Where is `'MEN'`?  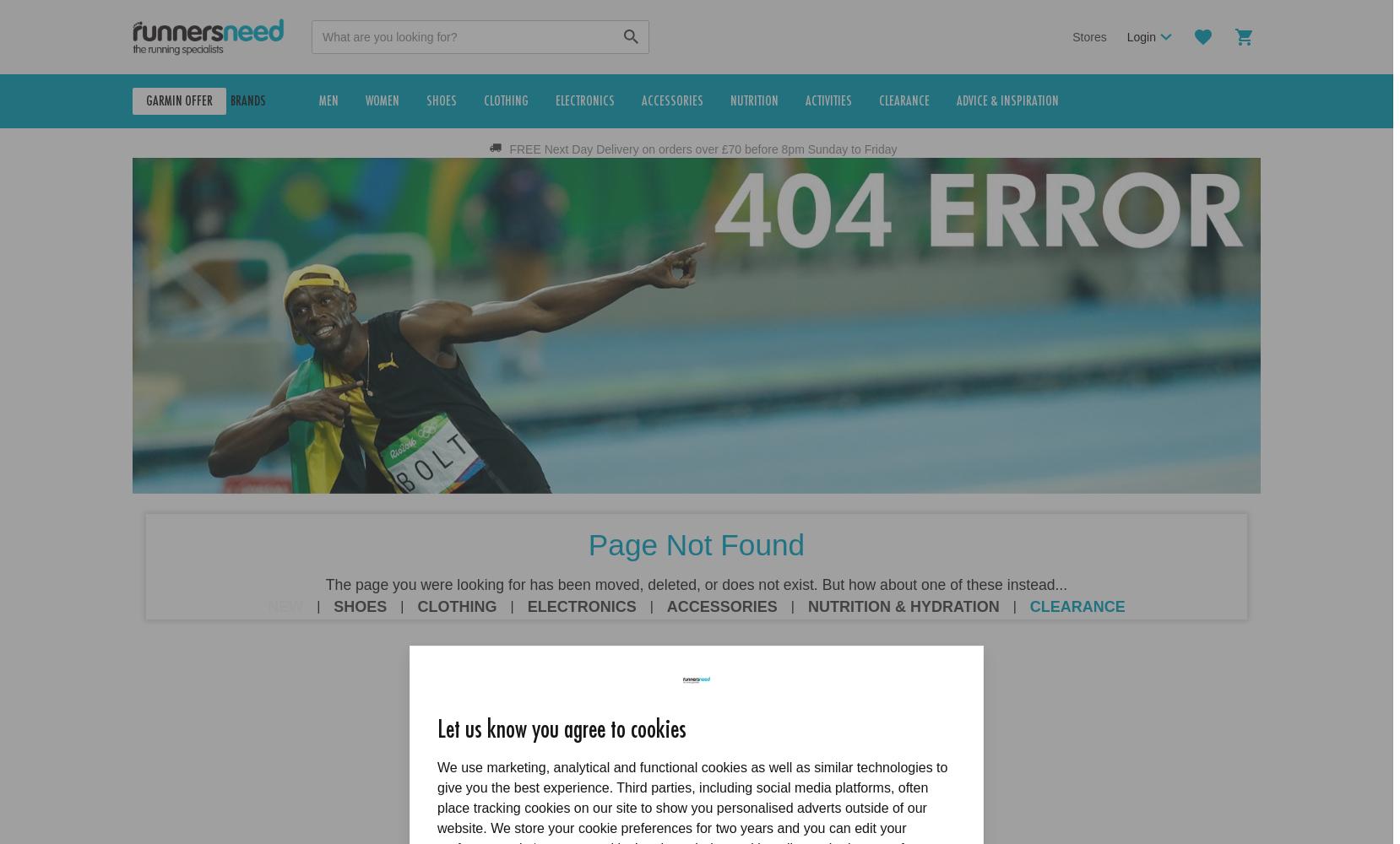 'MEN' is located at coordinates (361, 100).